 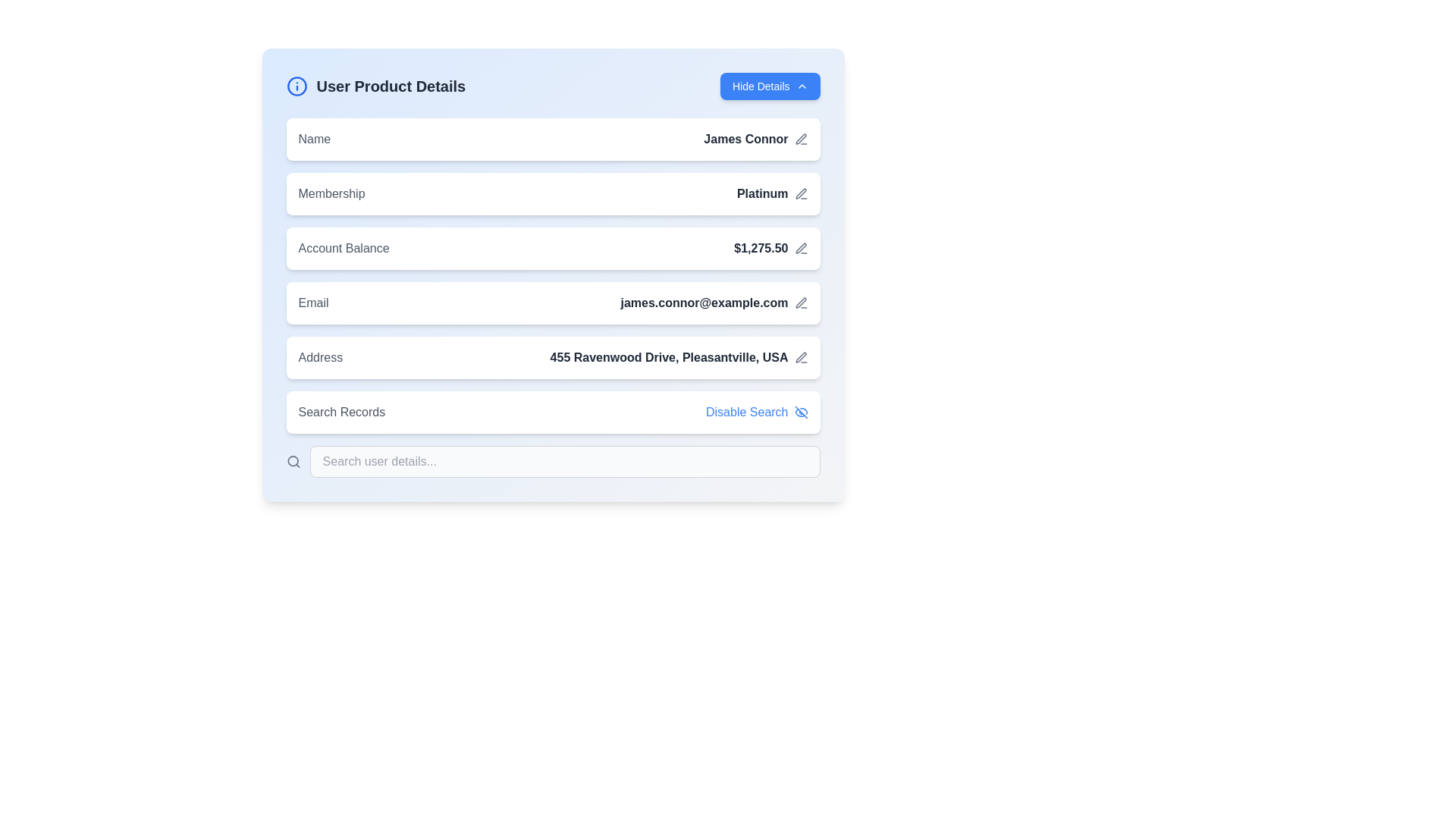 I want to click on the small downward-pointing chevron icon located to the right of the text 'Hide Details', so click(x=801, y=86).